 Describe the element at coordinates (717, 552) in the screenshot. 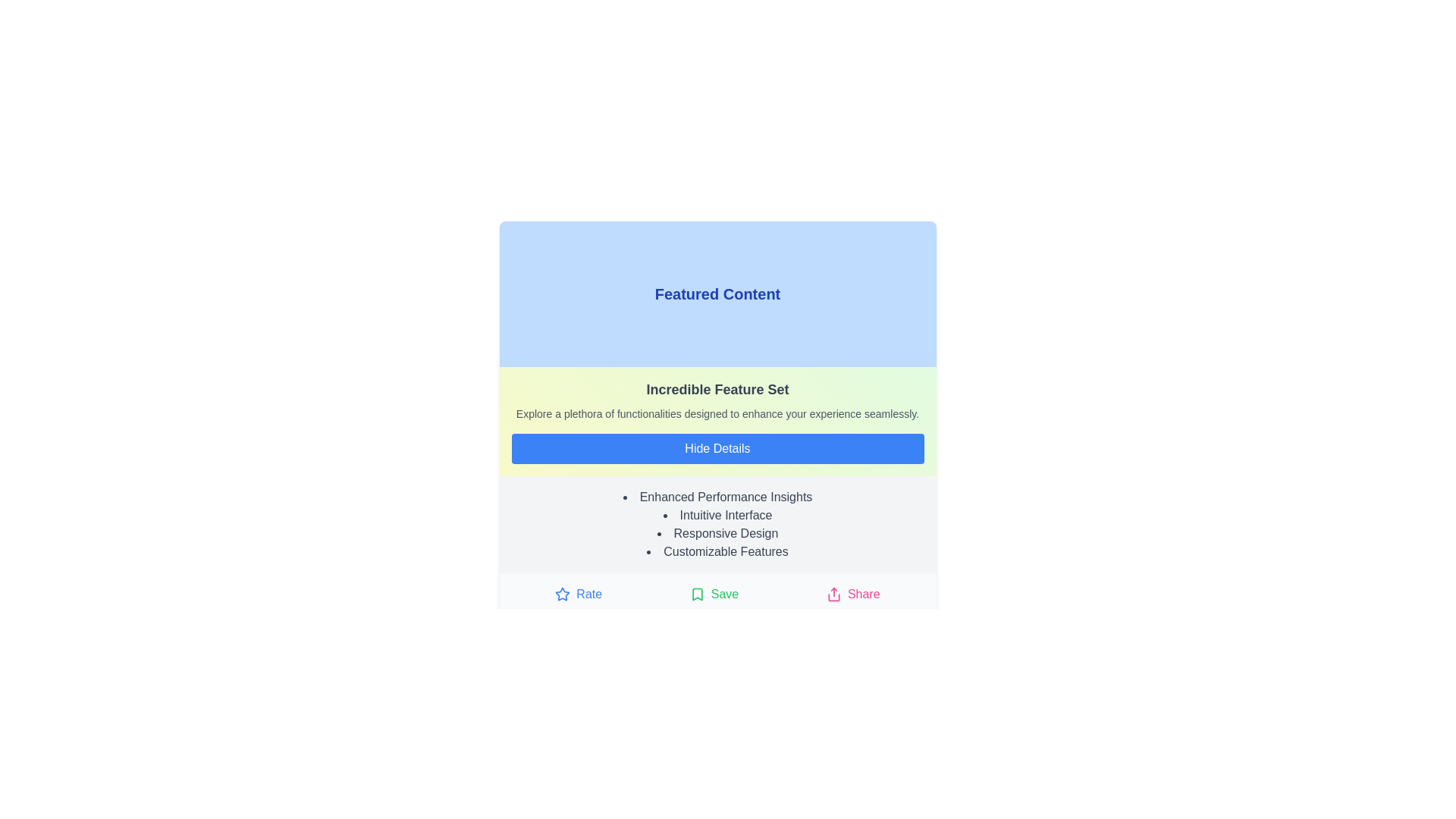

I see `the text label displaying 'Customizable Features', which is the last item in a vertical bulleted list, located below the blue button labeled 'Hide Details'` at that location.